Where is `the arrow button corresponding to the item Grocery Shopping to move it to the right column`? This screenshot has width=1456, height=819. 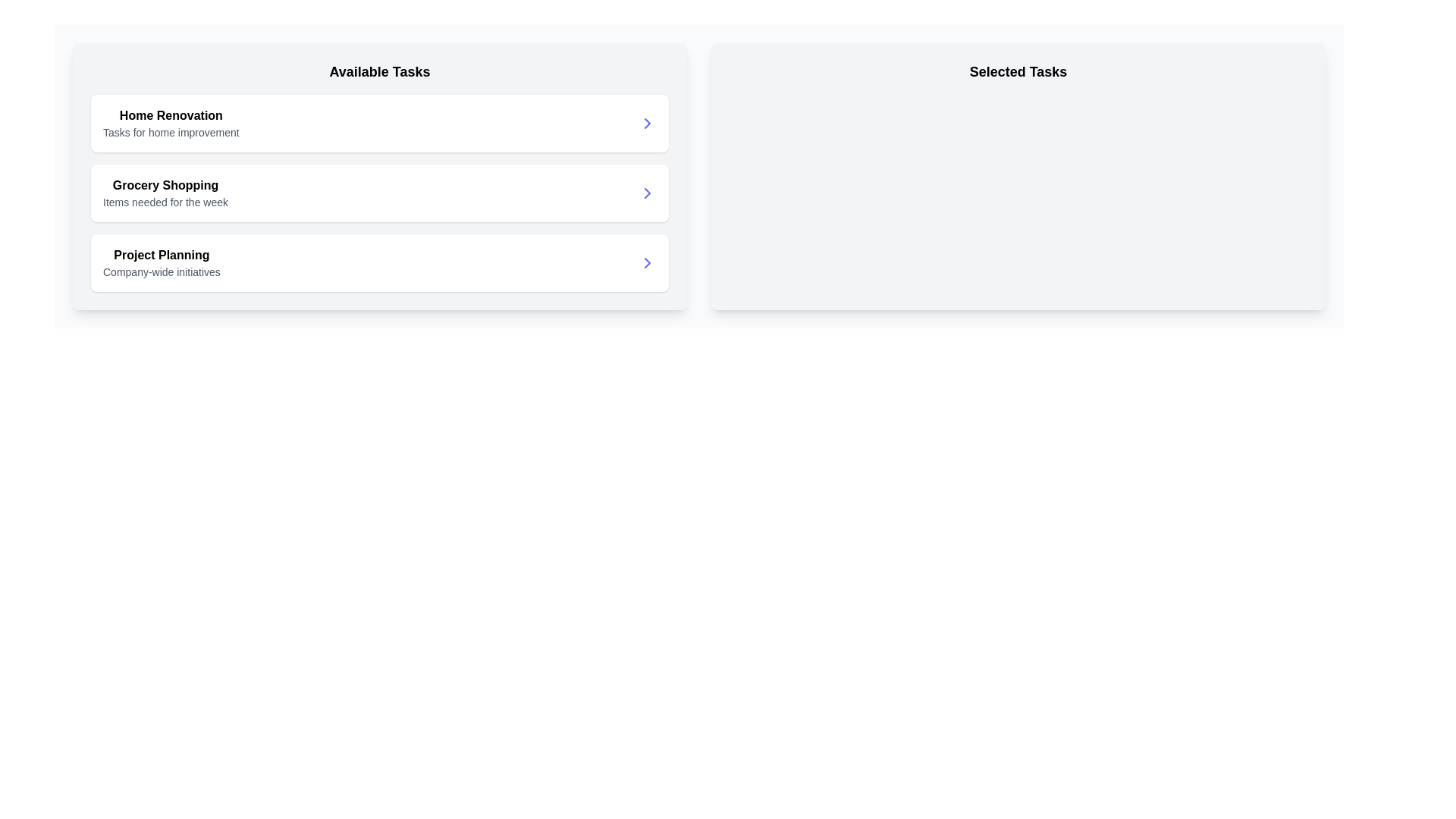
the arrow button corresponding to the item Grocery Shopping to move it to the right column is located at coordinates (648, 192).